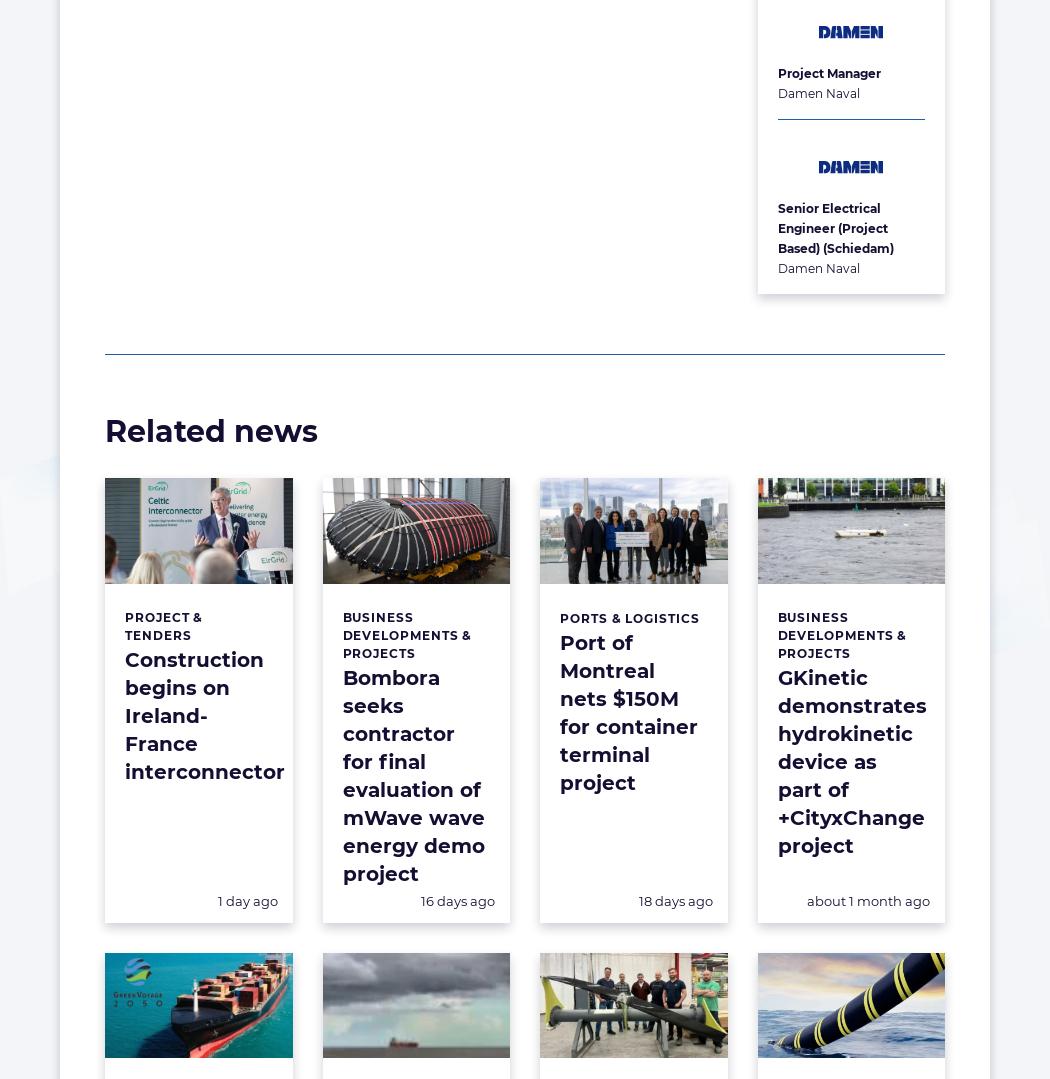 This screenshot has width=1050, height=1079. I want to click on 'Project & Tenders', so click(164, 624).